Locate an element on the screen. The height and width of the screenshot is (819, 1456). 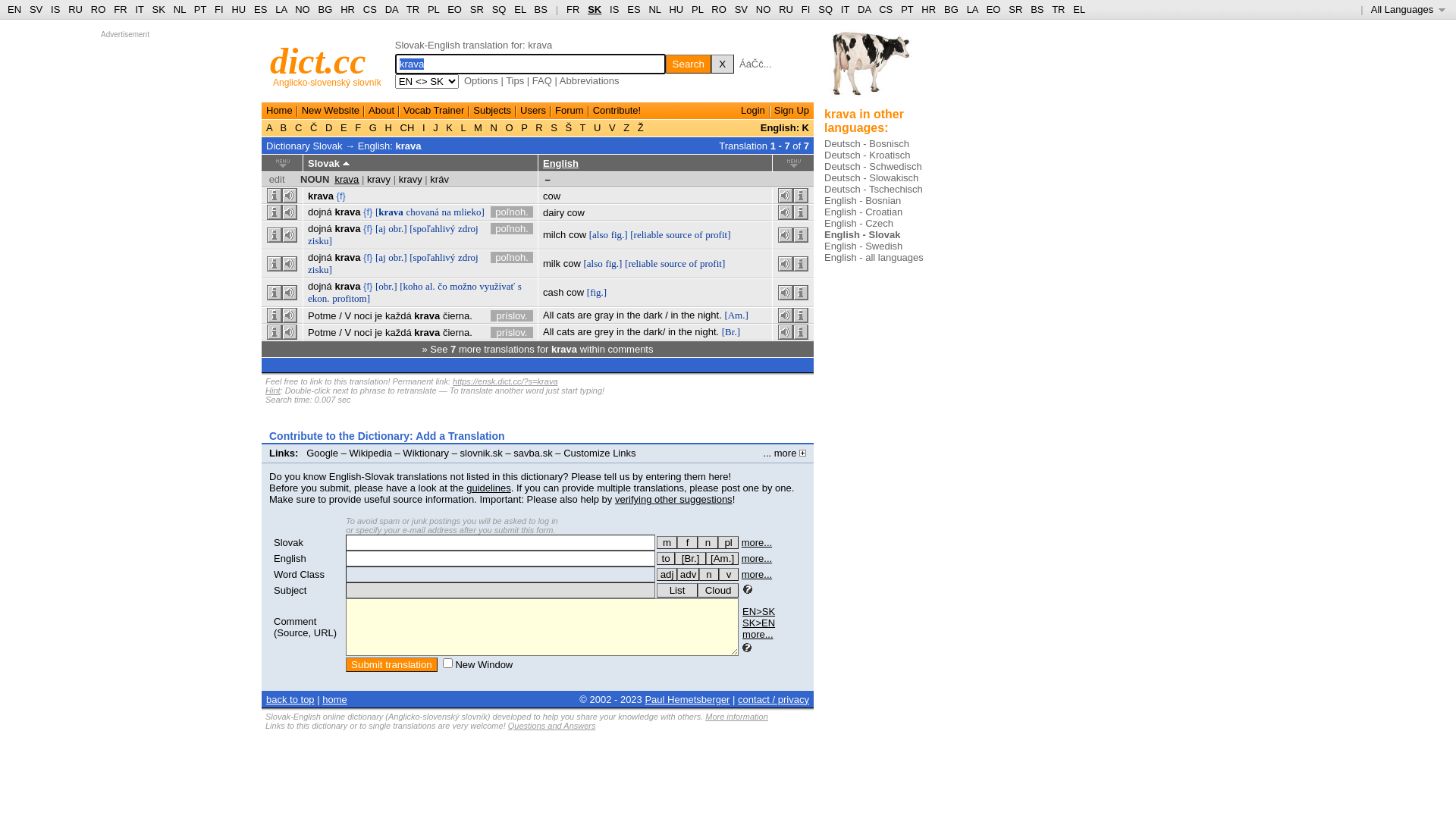
'zisku]' is located at coordinates (319, 268).